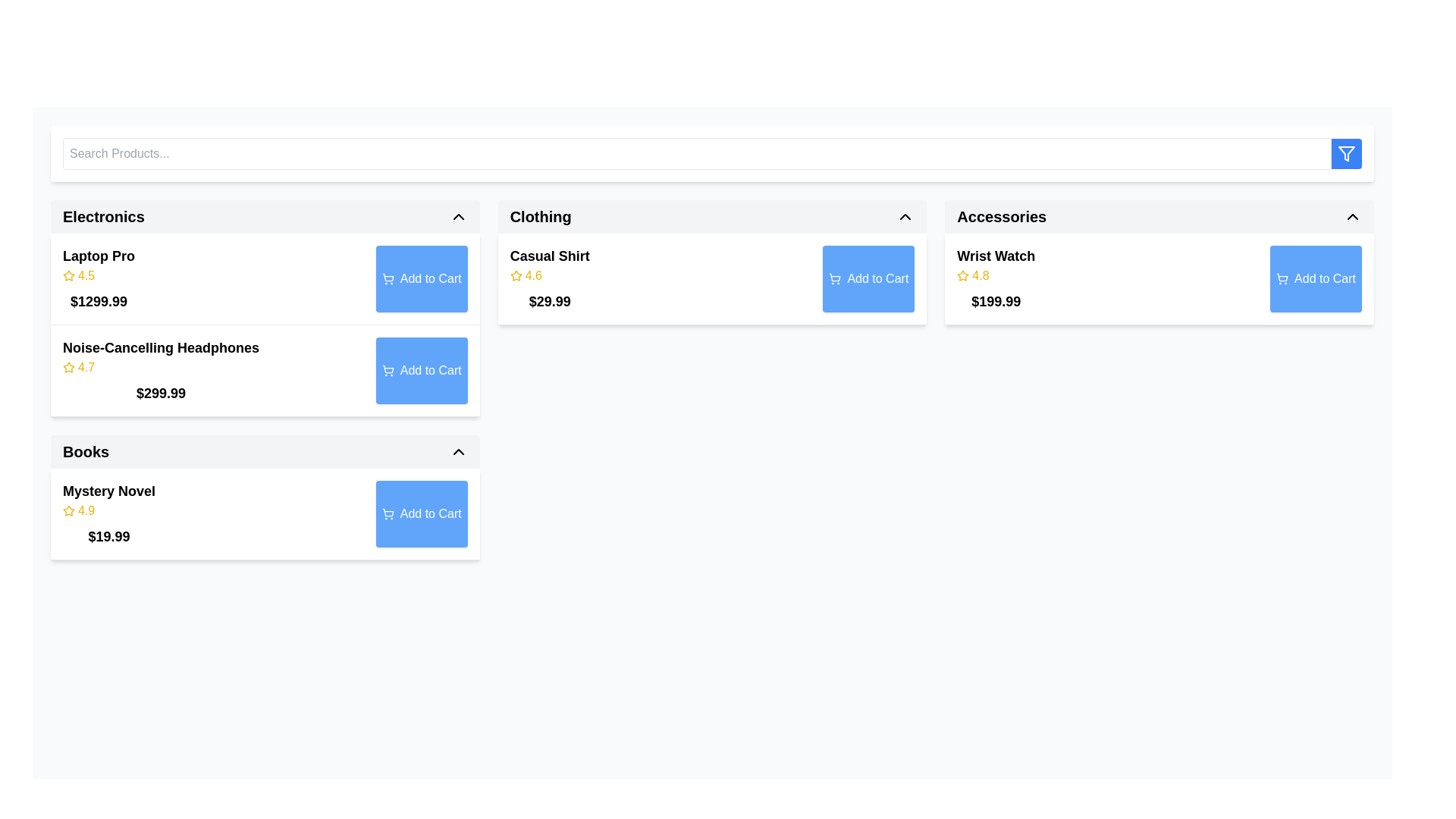  What do you see at coordinates (1324, 278) in the screenshot?
I see `the button that contains the Text label for adding the Wrist Watch product from the Accessories category` at bounding box center [1324, 278].